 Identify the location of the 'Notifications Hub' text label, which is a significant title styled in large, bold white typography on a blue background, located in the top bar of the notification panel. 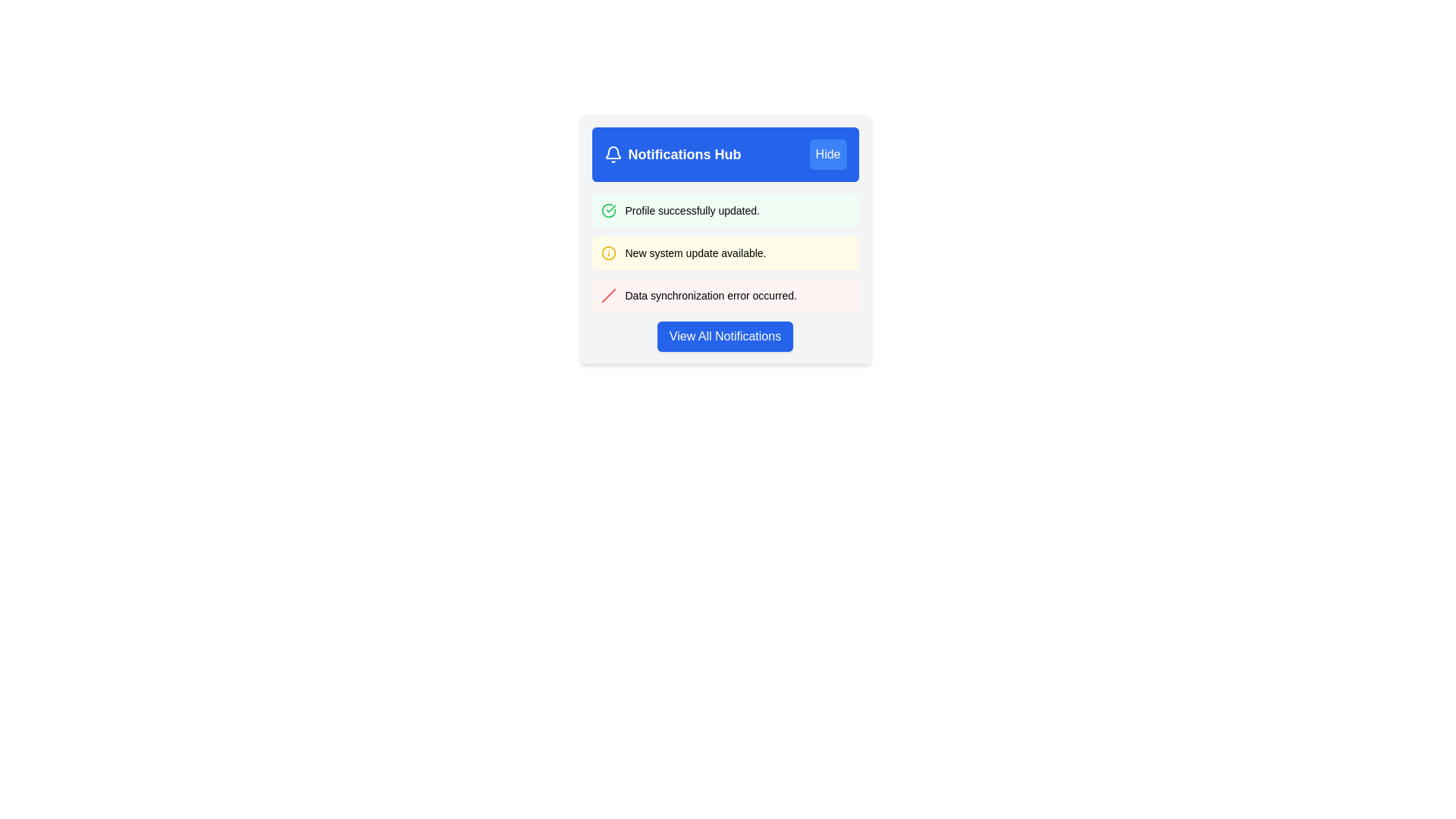
(683, 155).